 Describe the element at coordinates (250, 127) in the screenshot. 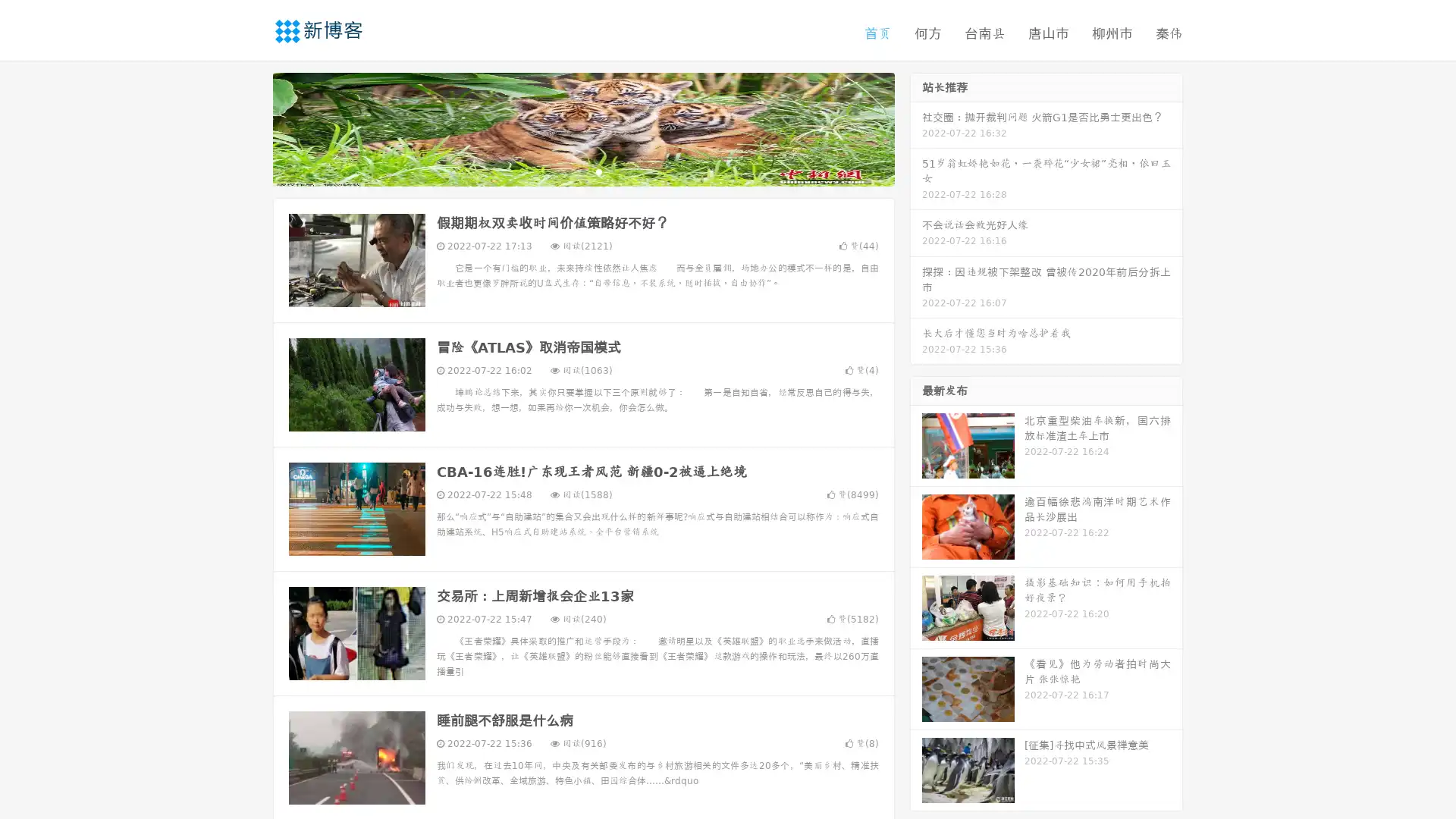

I see `Previous slide` at that location.